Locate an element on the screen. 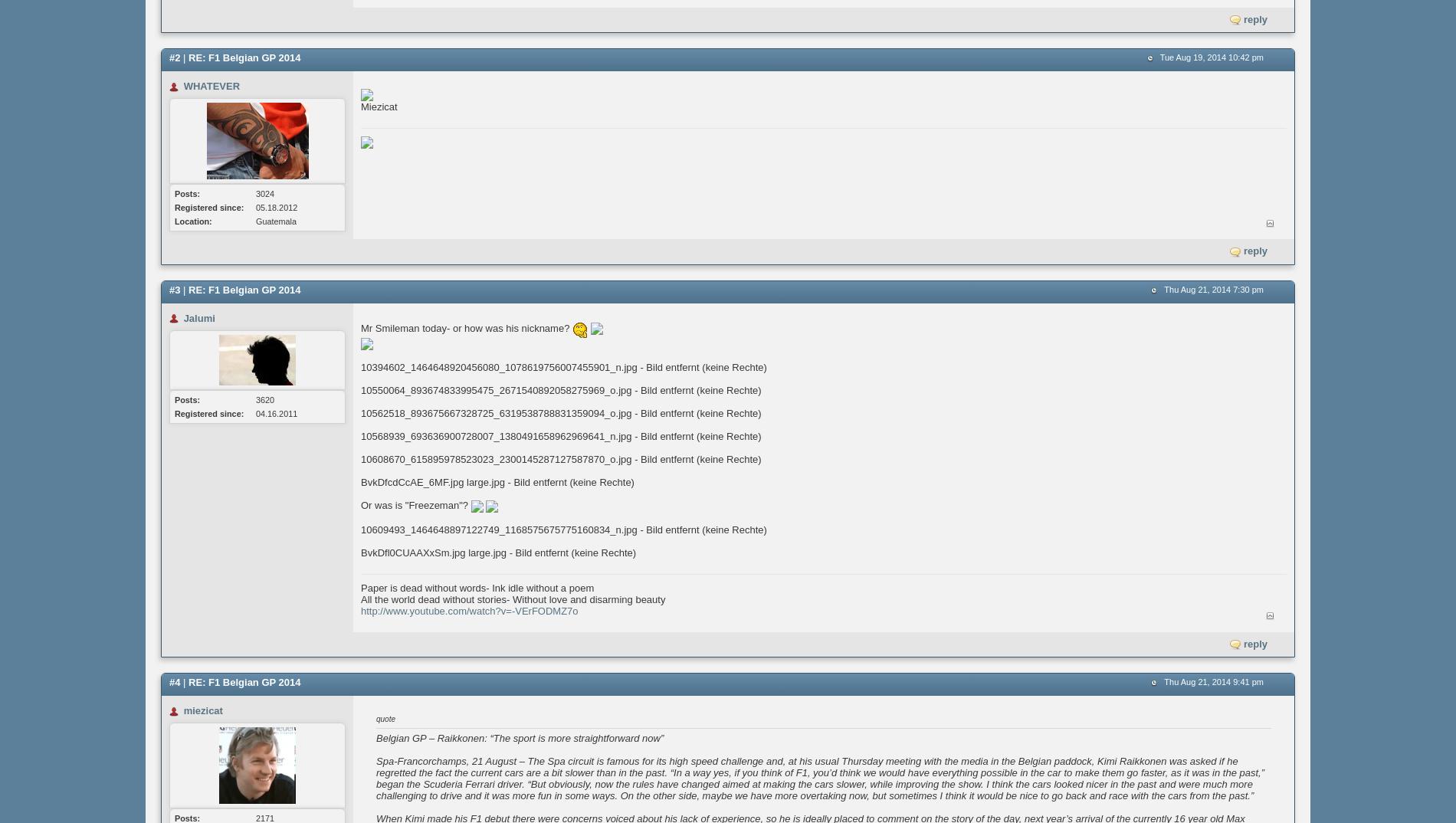 This screenshot has height=823, width=1456. '10550064_893674833995475_2671540892058275969_o.jpg - Bild entfernt (keine Rechte)' is located at coordinates (560, 390).